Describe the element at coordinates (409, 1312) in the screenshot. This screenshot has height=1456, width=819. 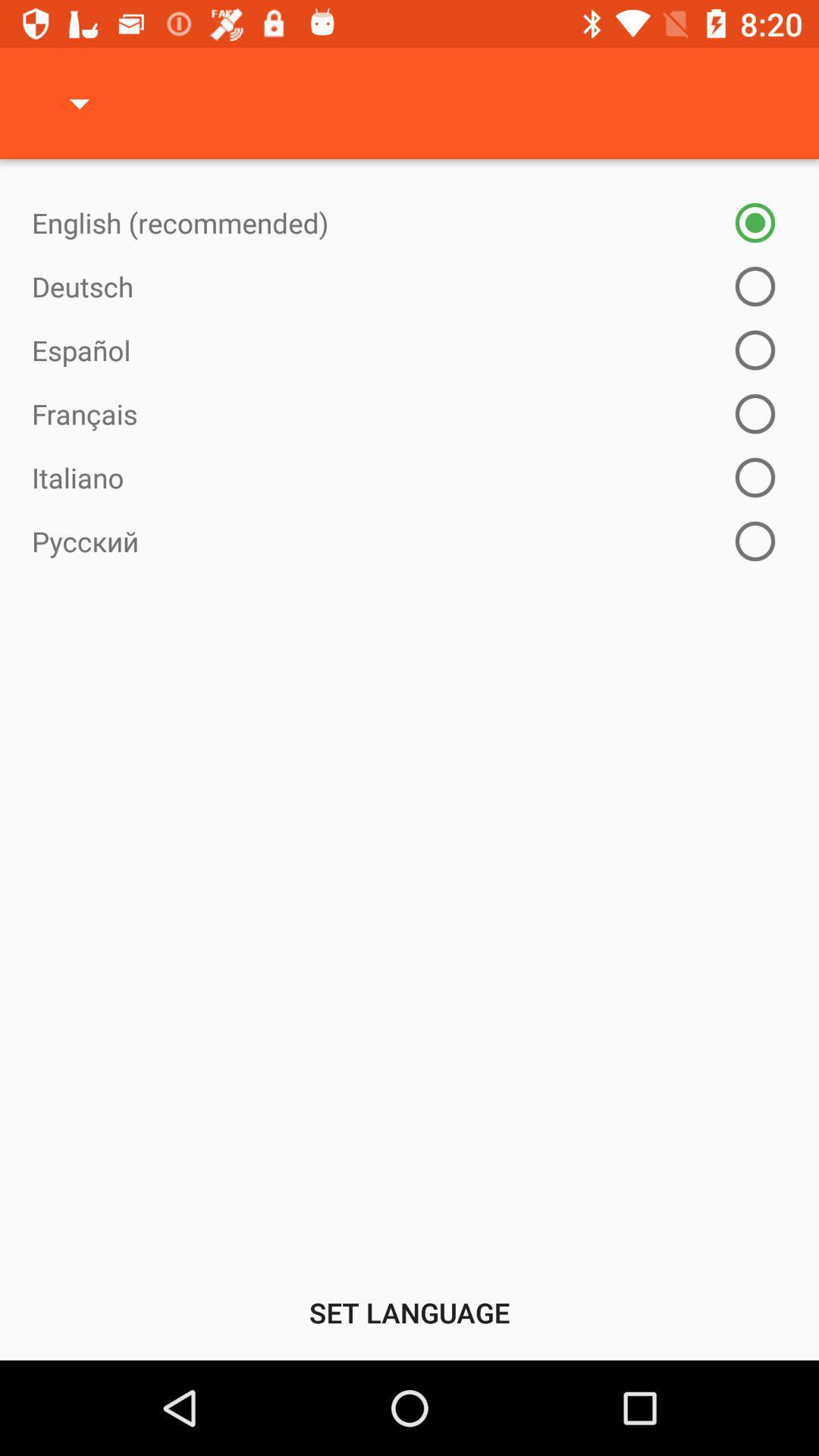
I see `set language icon` at that location.